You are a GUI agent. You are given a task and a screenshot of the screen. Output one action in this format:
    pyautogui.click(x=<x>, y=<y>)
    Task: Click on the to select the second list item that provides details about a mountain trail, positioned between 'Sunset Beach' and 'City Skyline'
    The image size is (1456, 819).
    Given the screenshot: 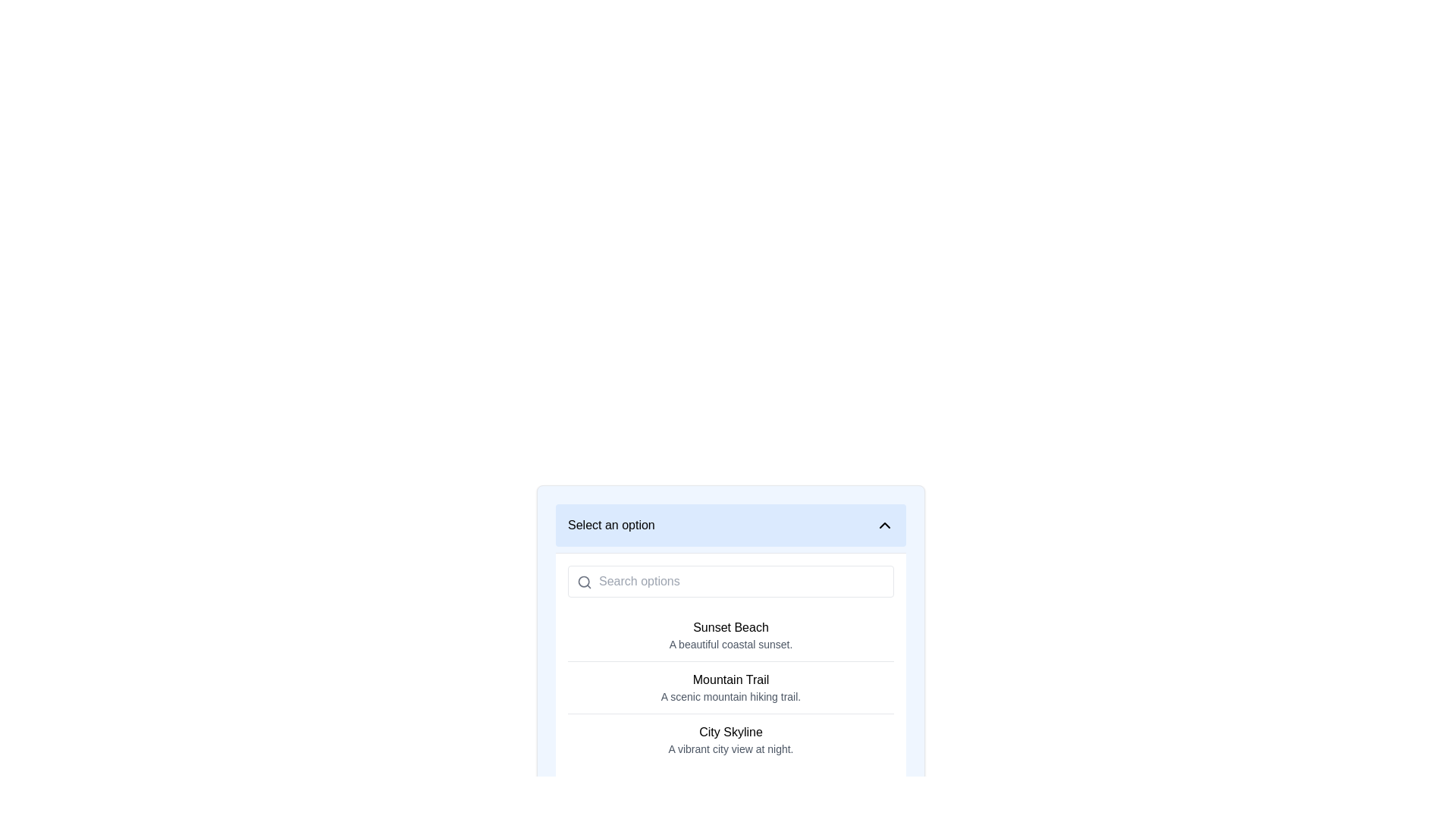 What is the action you would take?
    pyautogui.click(x=731, y=687)
    